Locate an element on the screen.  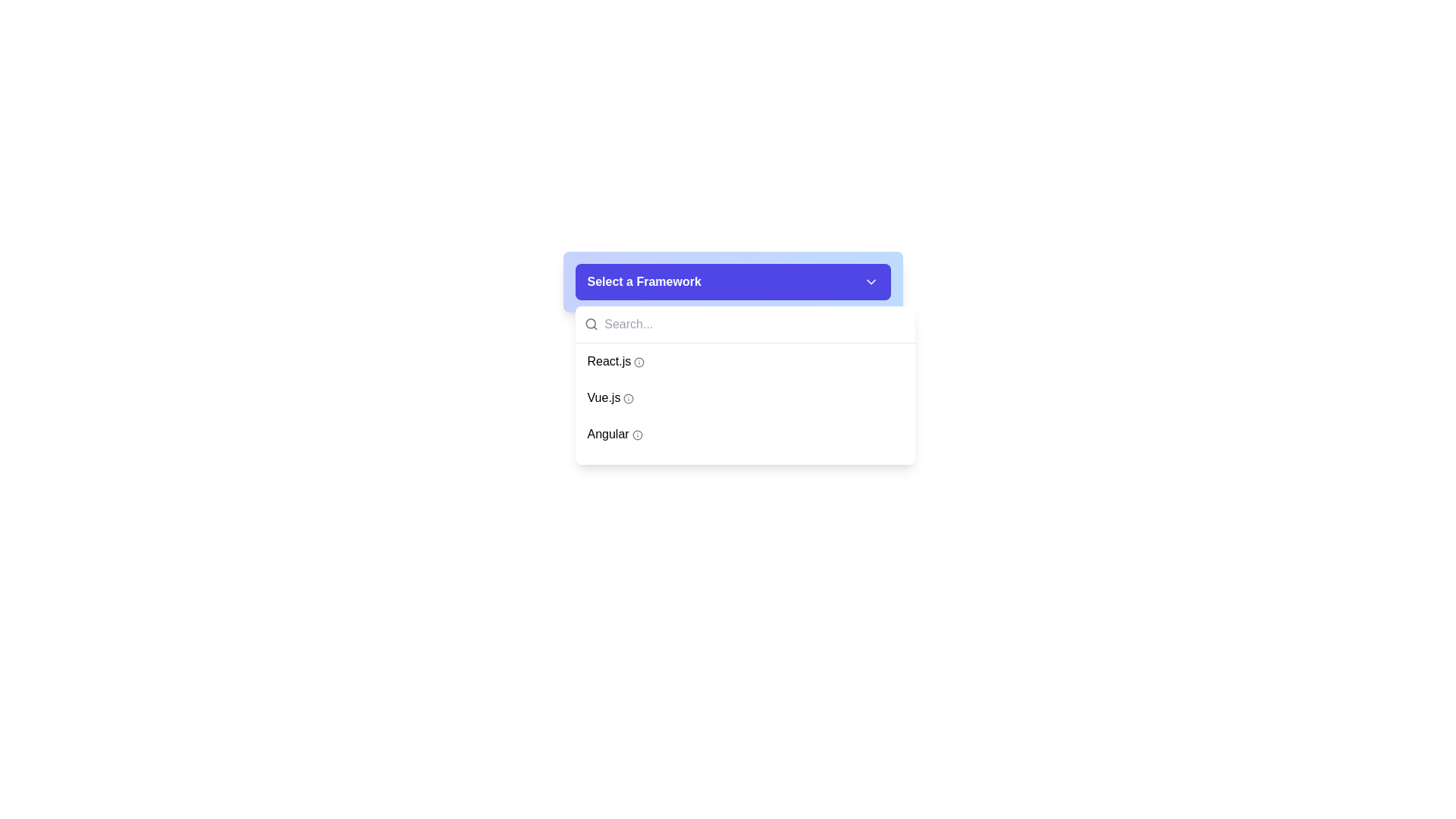
the circular graphical element that is part of the icon structure adjacent to the 'Vue.js' entry in the dropdown list is located at coordinates (629, 397).